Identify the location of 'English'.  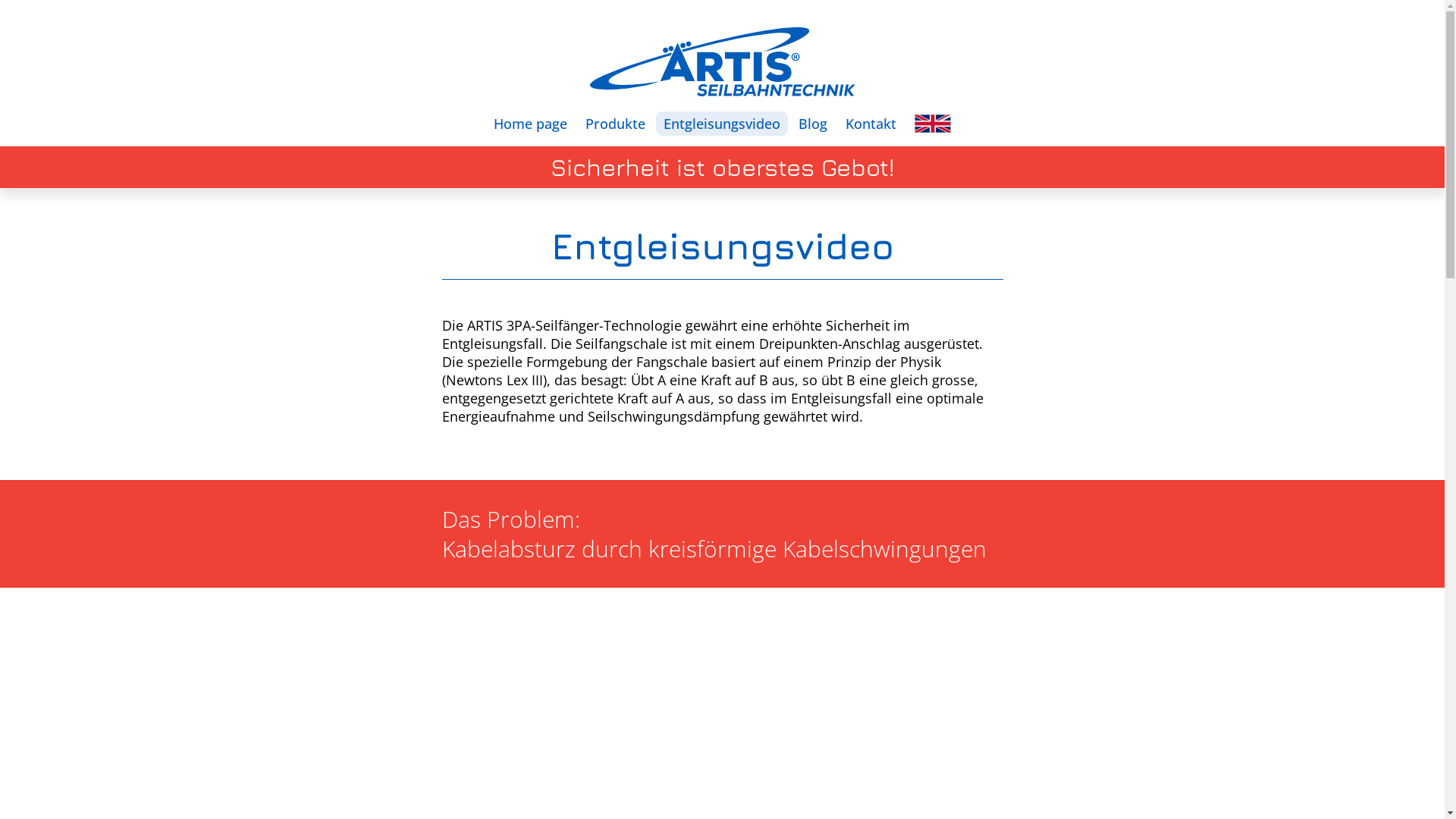
(931, 122).